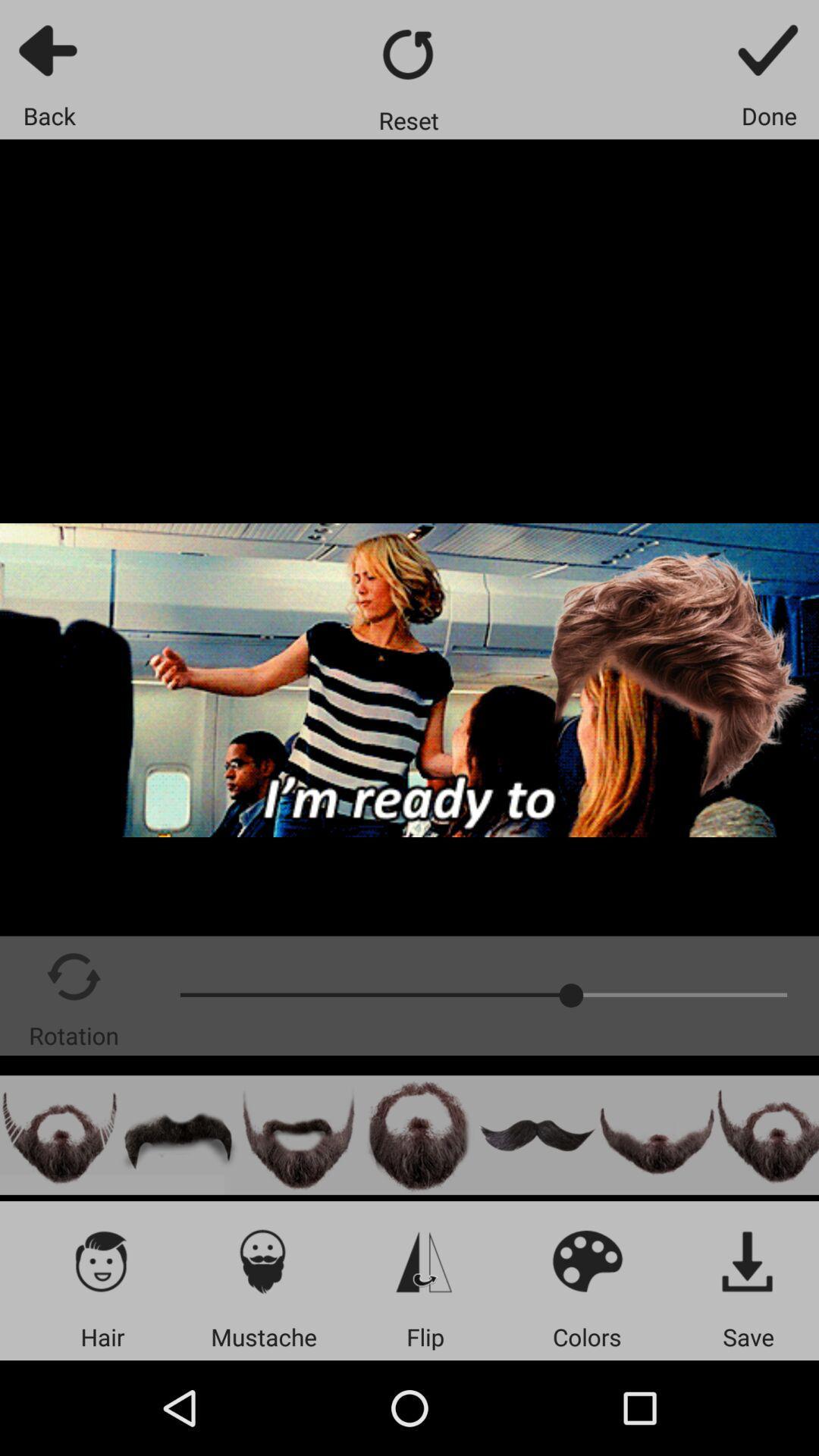 This screenshot has height=1456, width=819. Describe the element at coordinates (262, 1260) in the screenshot. I see `mustaches` at that location.